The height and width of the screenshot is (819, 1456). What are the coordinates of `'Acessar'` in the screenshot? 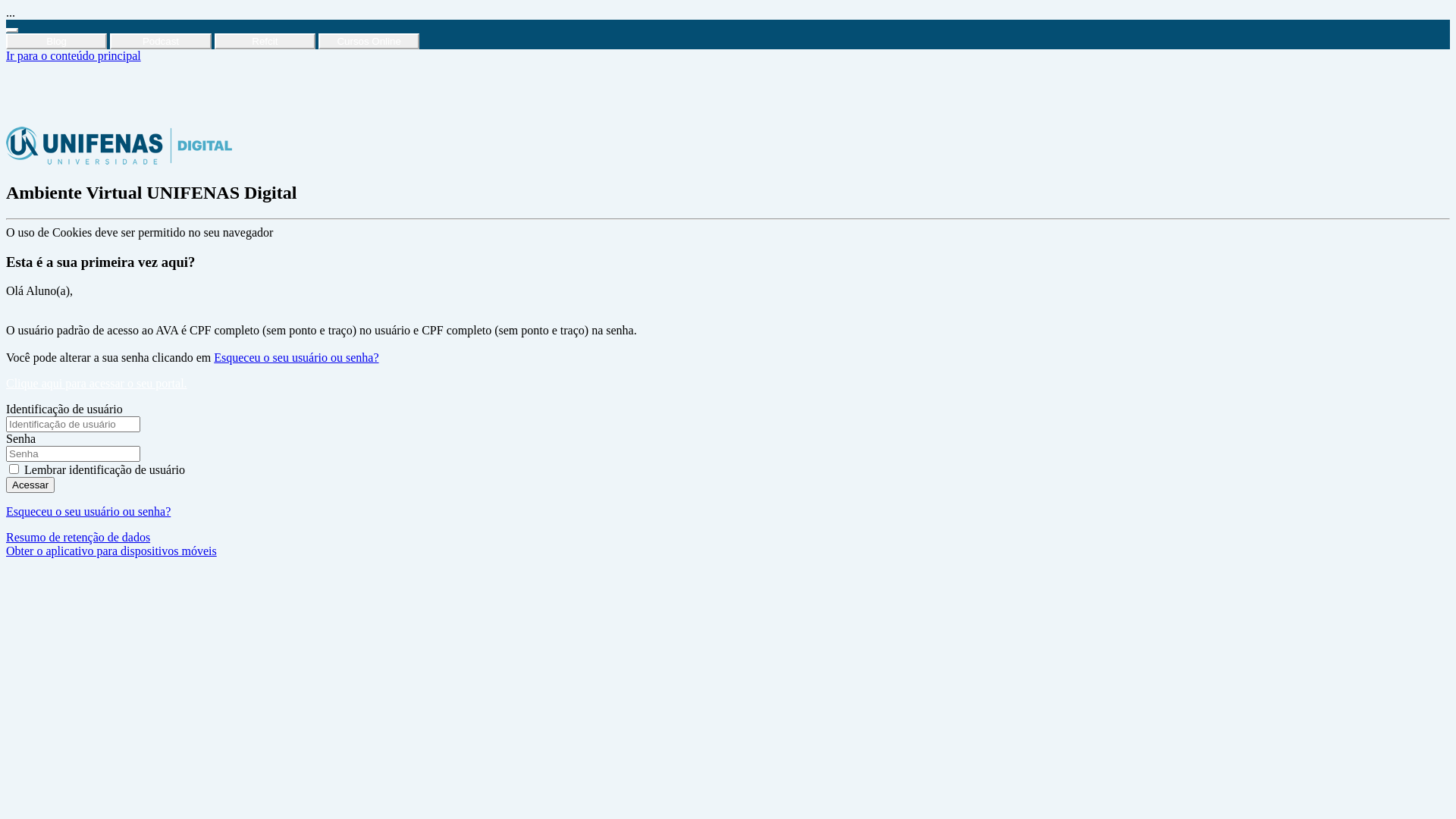 It's located at (30, 485).